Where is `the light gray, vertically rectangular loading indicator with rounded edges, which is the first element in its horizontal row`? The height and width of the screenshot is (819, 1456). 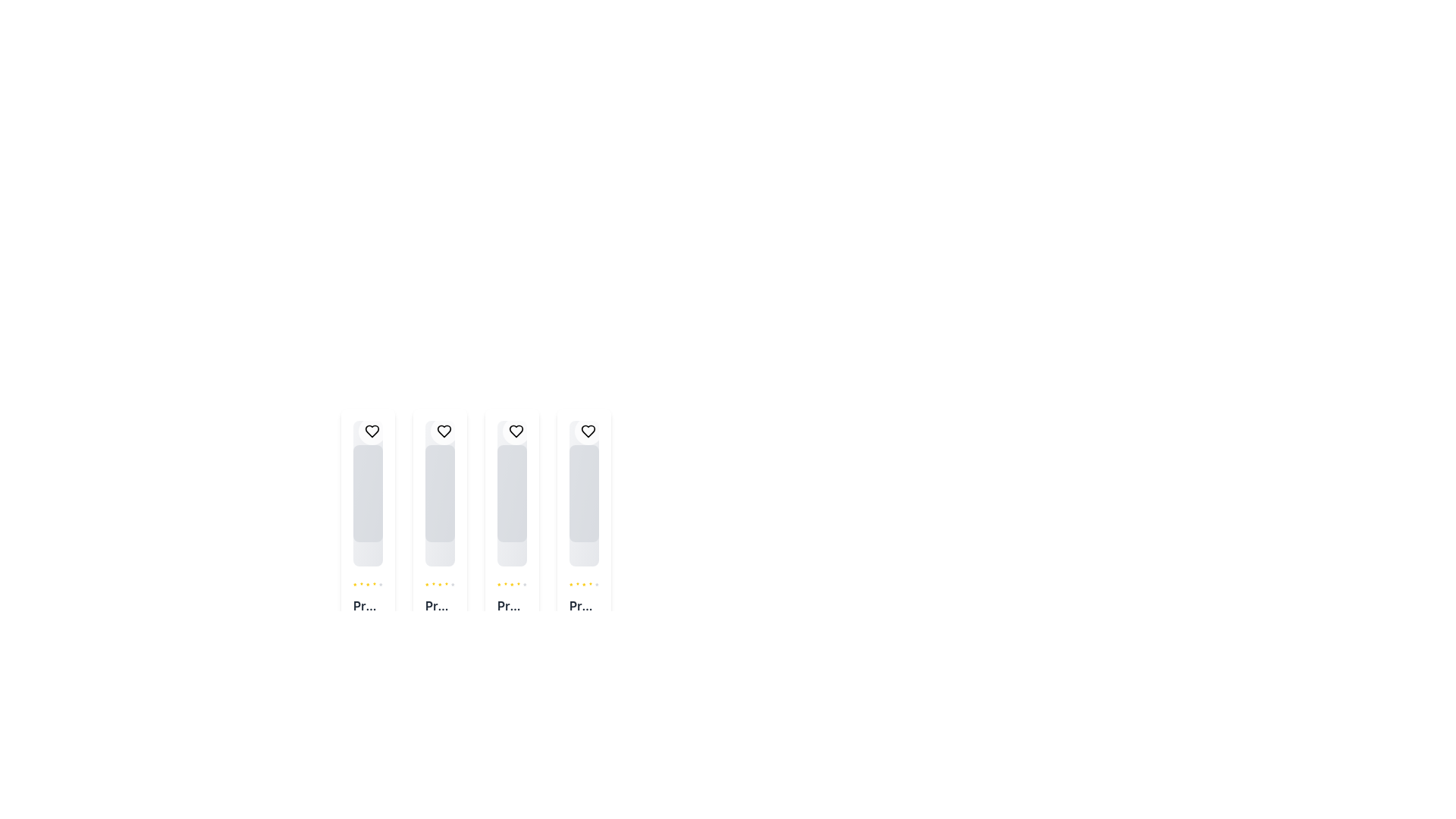 the light gray, vertically rectangular loading indicator with rounded edges, which is the first element in its horizontal row is located at coordinates (368, 494).